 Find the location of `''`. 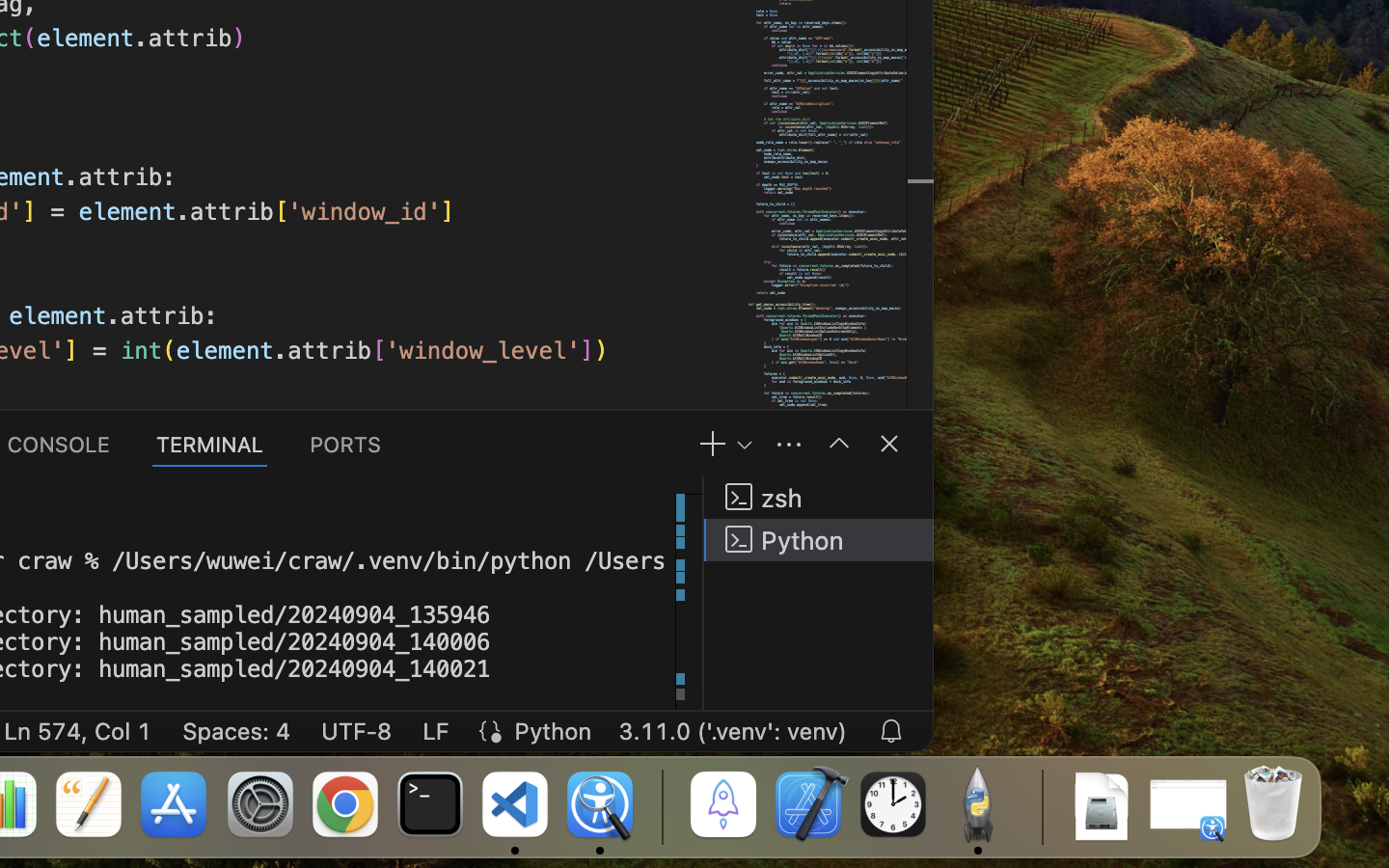

'' is located at coordinates (838, 442).